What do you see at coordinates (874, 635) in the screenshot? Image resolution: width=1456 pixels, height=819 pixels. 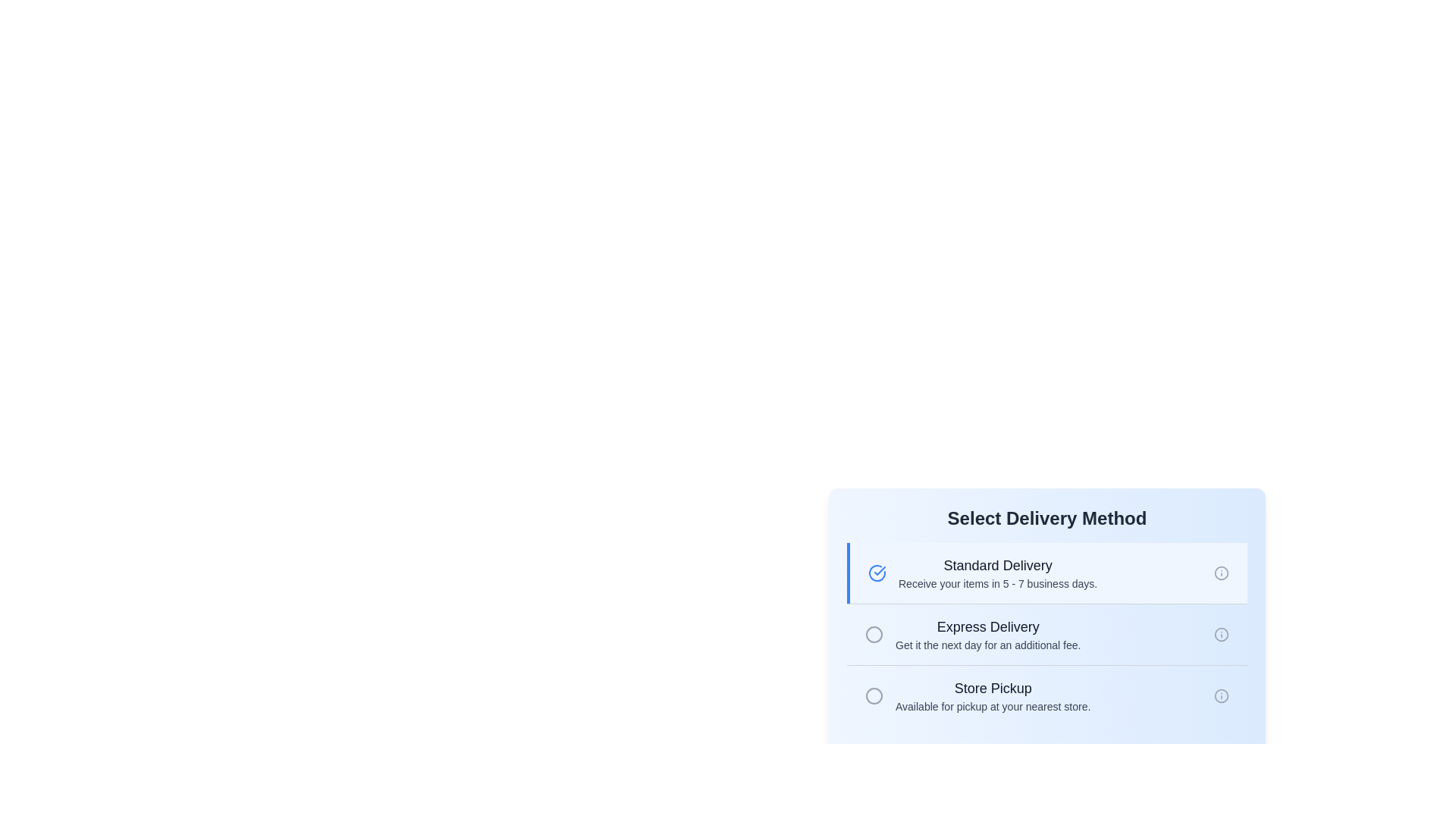 I see `the Radio button that serves as a selection indicator for the 'Express Delivery' option` at bounding box center [874, 635].